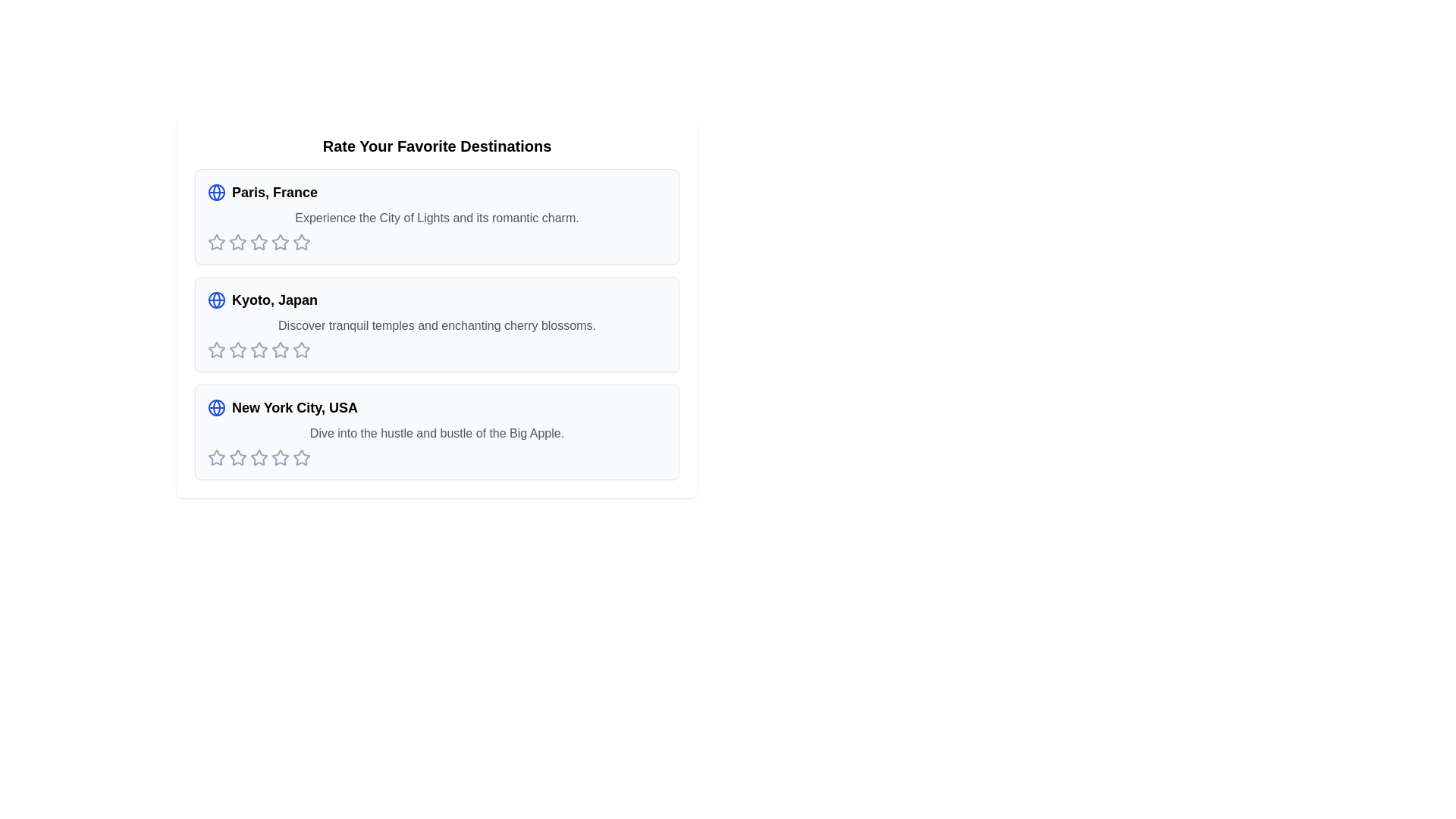 The height and width of the screenshot is (819, 1456). What do you see at coordinates (259, 350) in the screenshot?
I see `the fourth star icon in the five-star rating system for 'Kyoto, Japan' to scale it up` at bounding box center [259, 350].